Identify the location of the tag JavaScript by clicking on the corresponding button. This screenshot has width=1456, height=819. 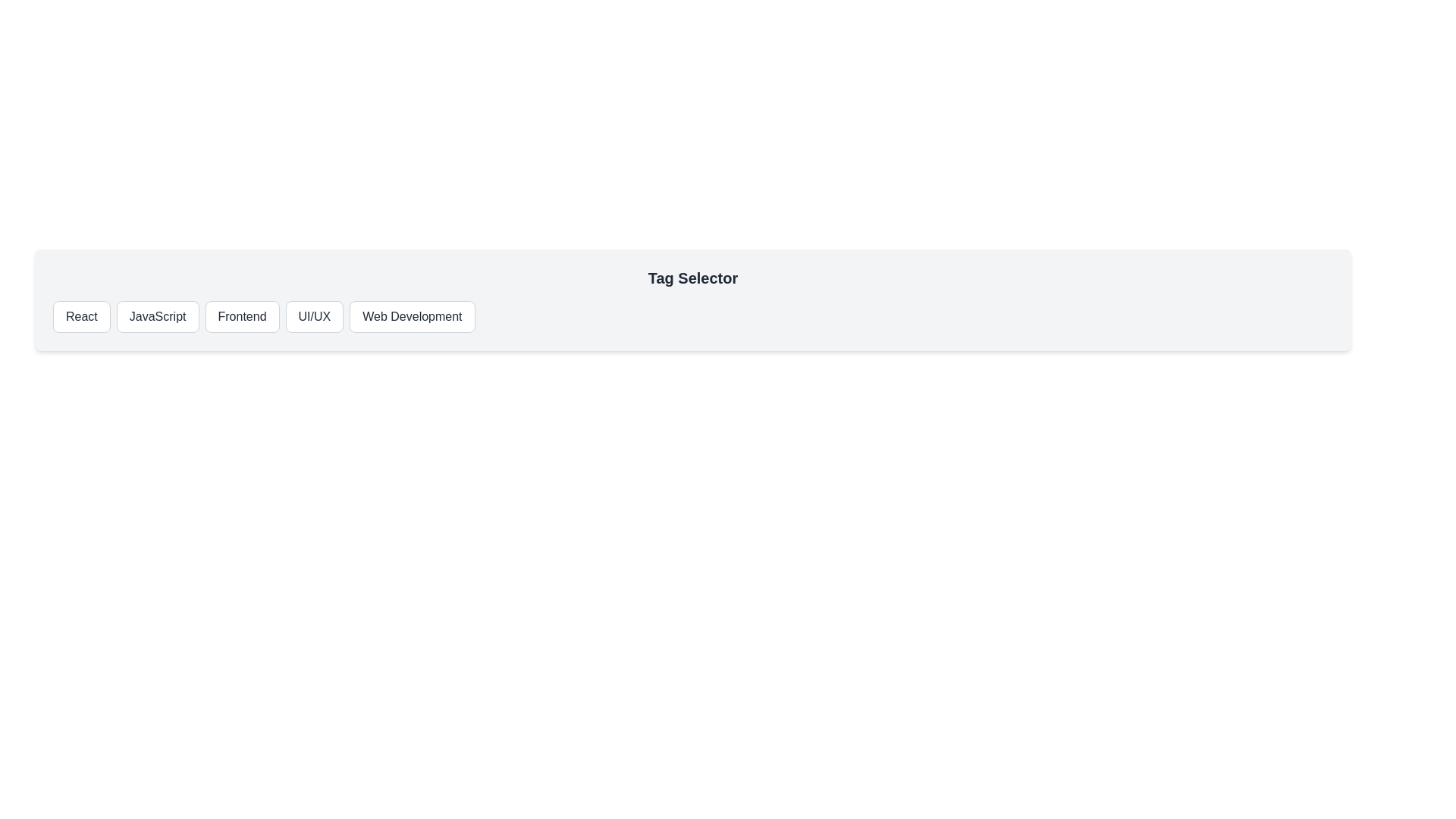
(157, 315).